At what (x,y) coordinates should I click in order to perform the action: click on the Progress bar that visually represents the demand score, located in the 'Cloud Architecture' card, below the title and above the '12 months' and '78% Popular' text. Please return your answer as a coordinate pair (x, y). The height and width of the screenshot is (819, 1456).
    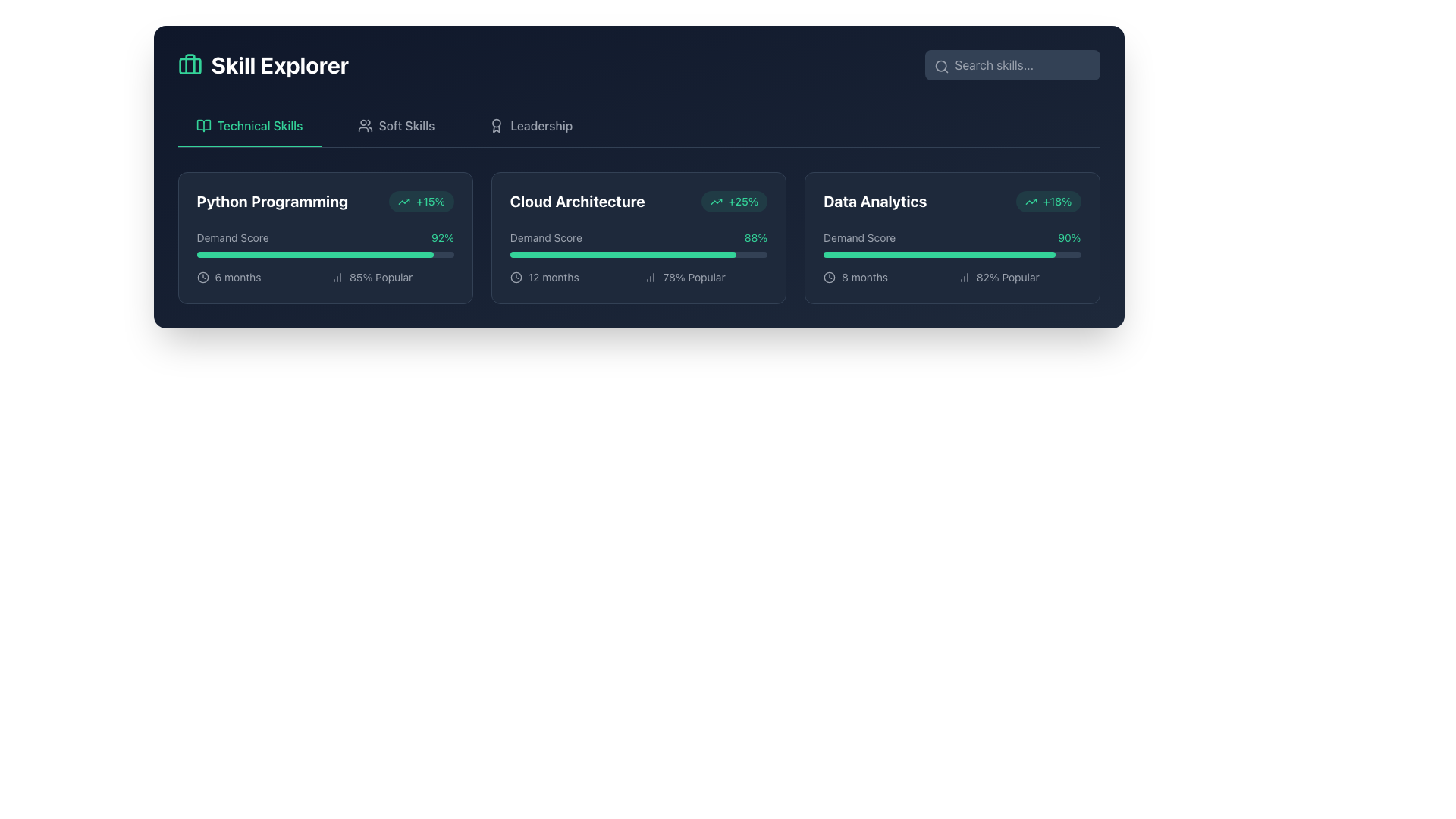
    Looking at the image, I should click on (639, 256).